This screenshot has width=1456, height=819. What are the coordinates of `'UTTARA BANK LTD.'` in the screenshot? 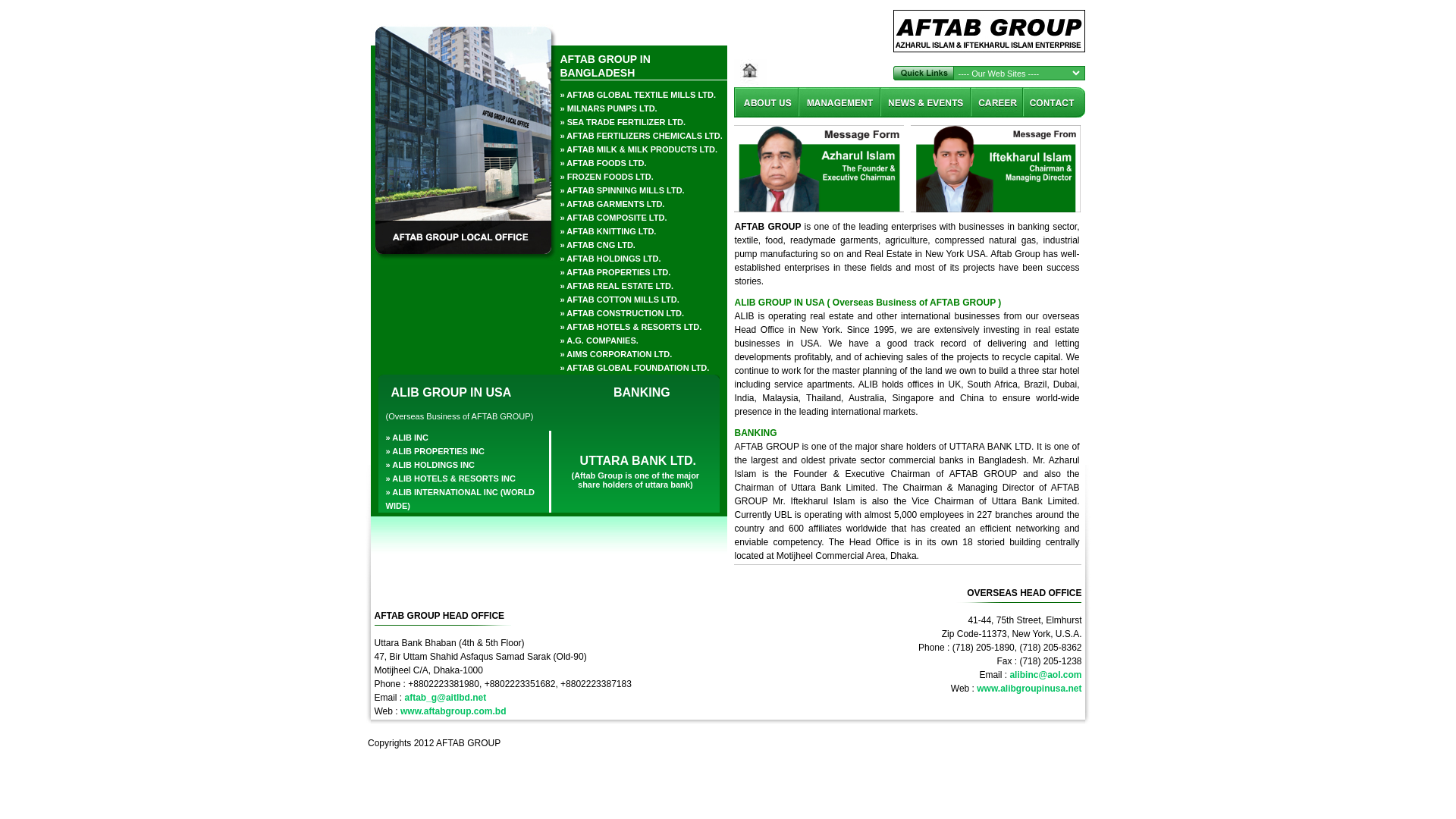 It's located at (635, 454).